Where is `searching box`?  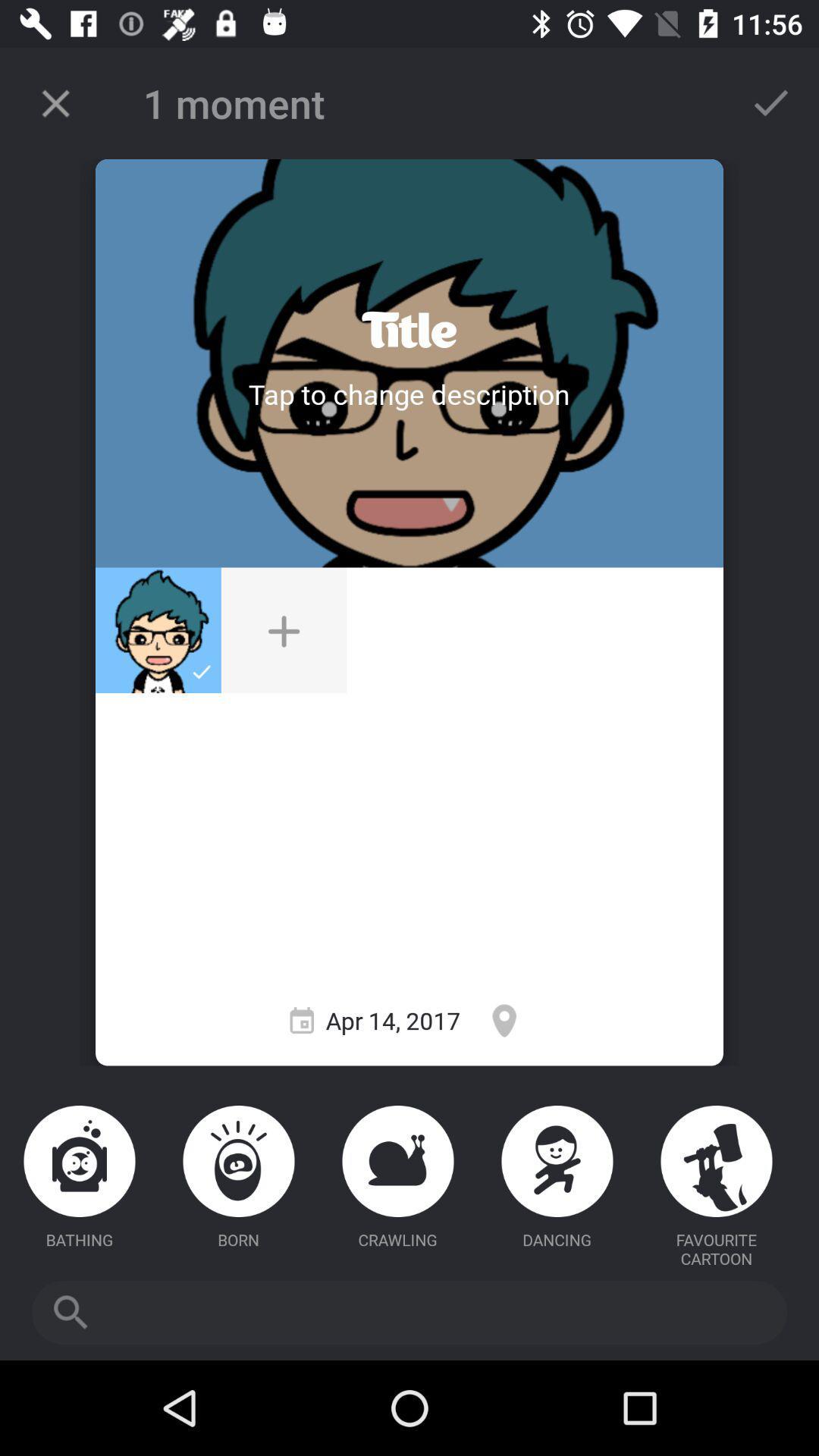 searching box is located at coordinates (409, 1312).